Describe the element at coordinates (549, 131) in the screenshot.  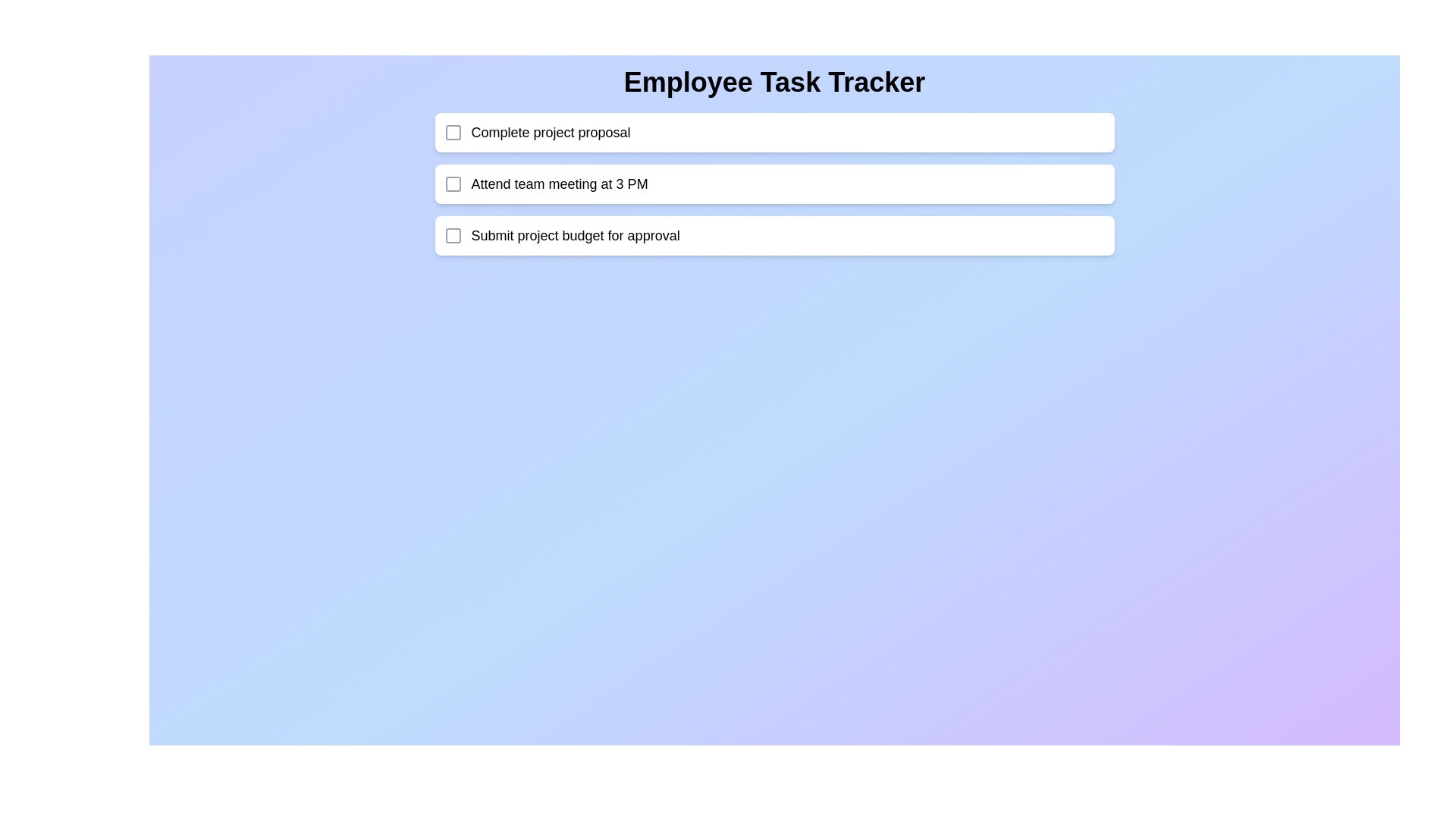
I see `the text of a task for copying or editing` at that location.